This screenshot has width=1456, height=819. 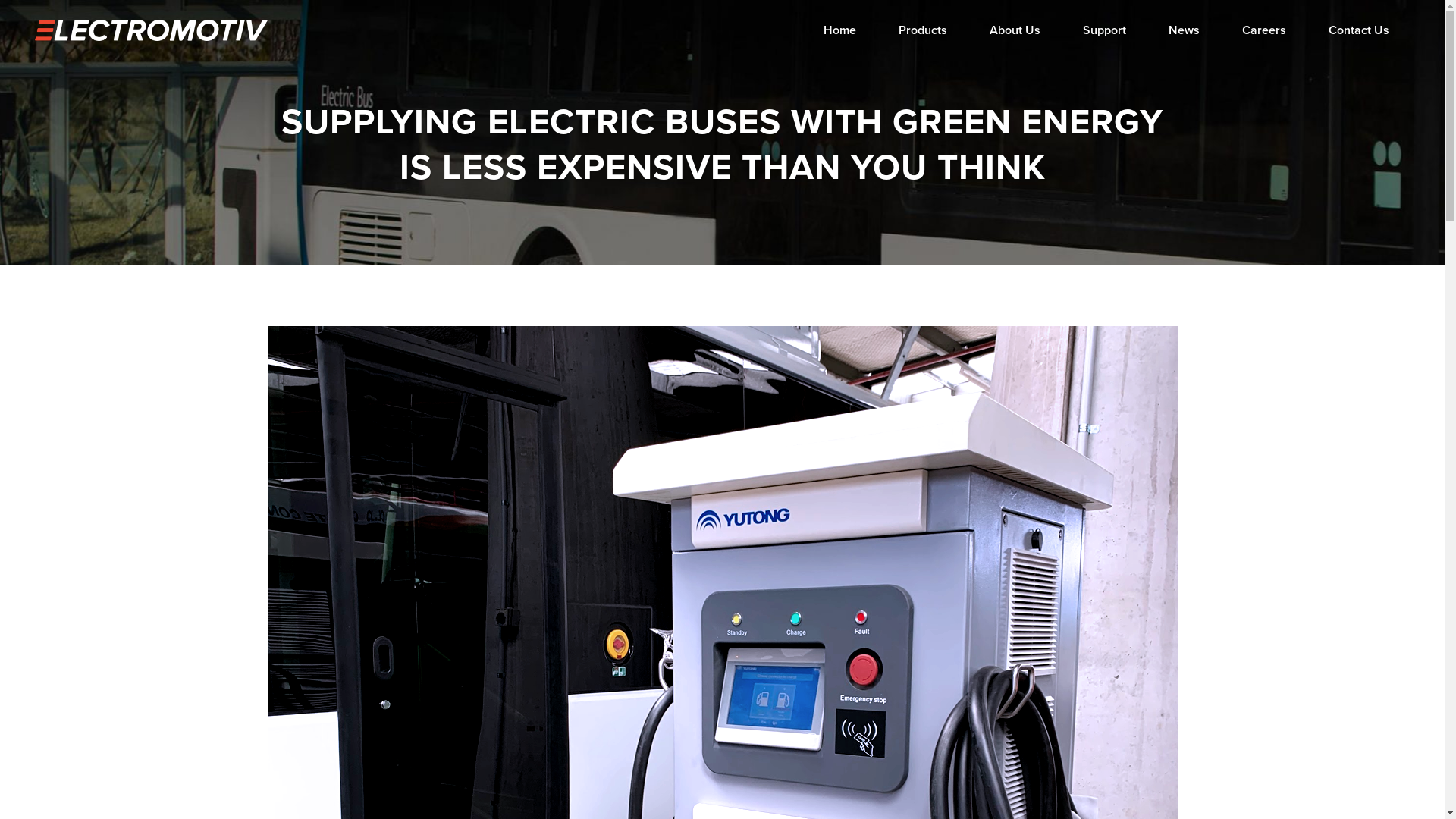 What do you see at coordinates (1358, 30) in the screenshot?
I see `'Contact Us'` at bounding box center [1358, 30].